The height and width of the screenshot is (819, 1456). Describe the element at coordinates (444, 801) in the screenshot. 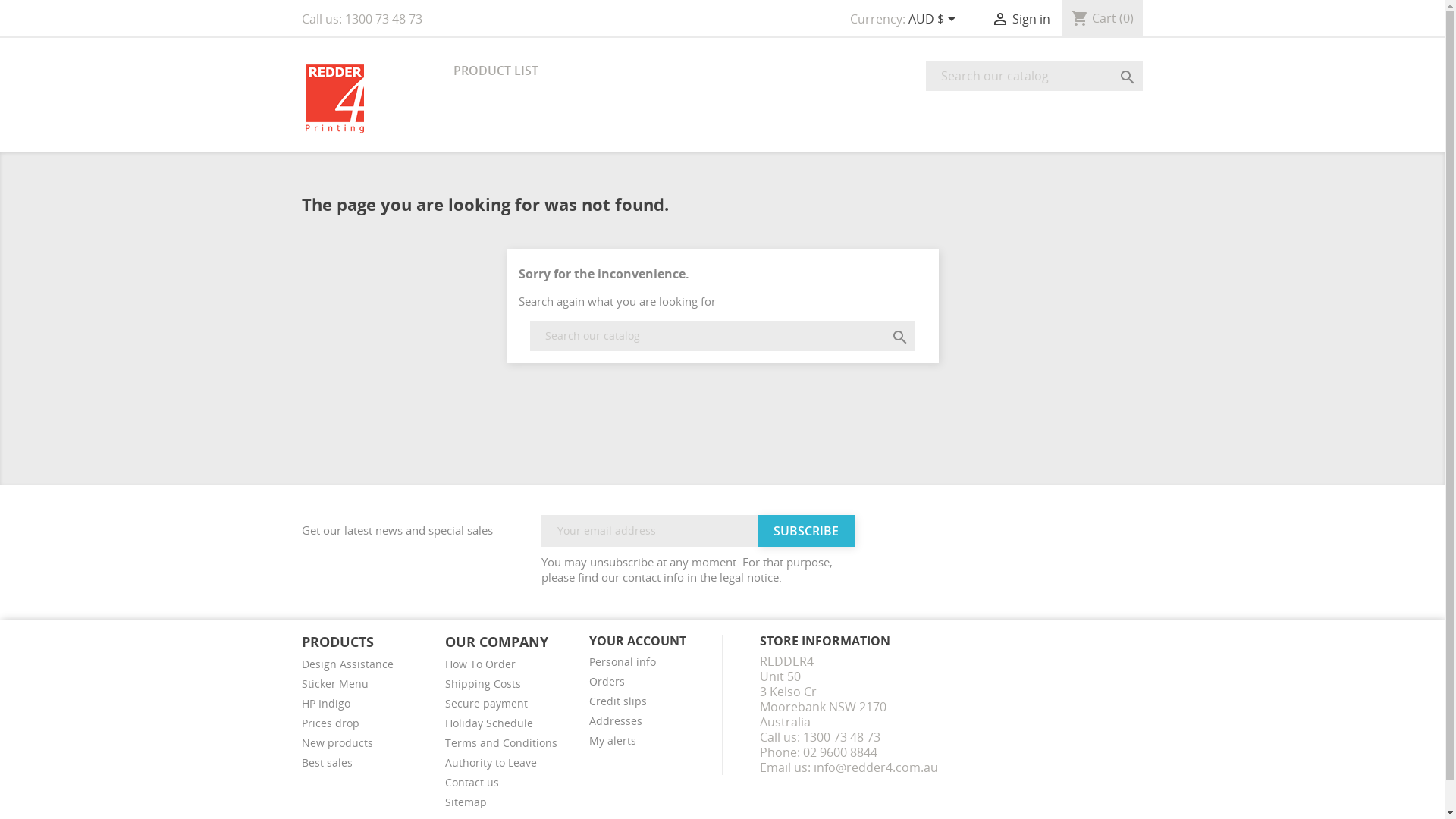

I see `'Sitemap'` at that location.